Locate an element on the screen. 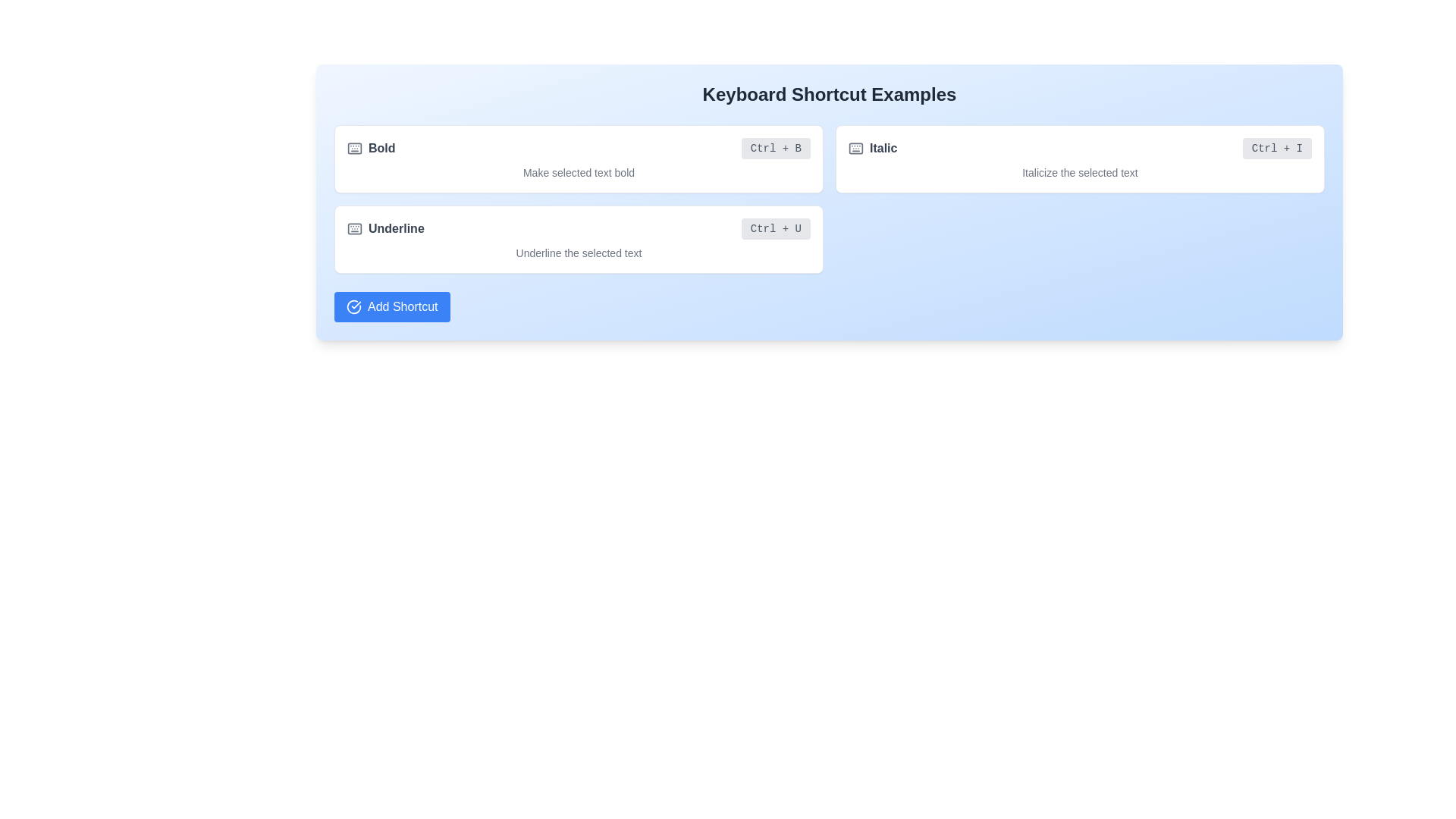 The image size is (1456, 819). the static text element displaying 'Ctrl + U' which is located under the 'Keyboard Shortcut Examples' header, aligned to the right of the 'Underline' text is located at coordinates (776, 228).